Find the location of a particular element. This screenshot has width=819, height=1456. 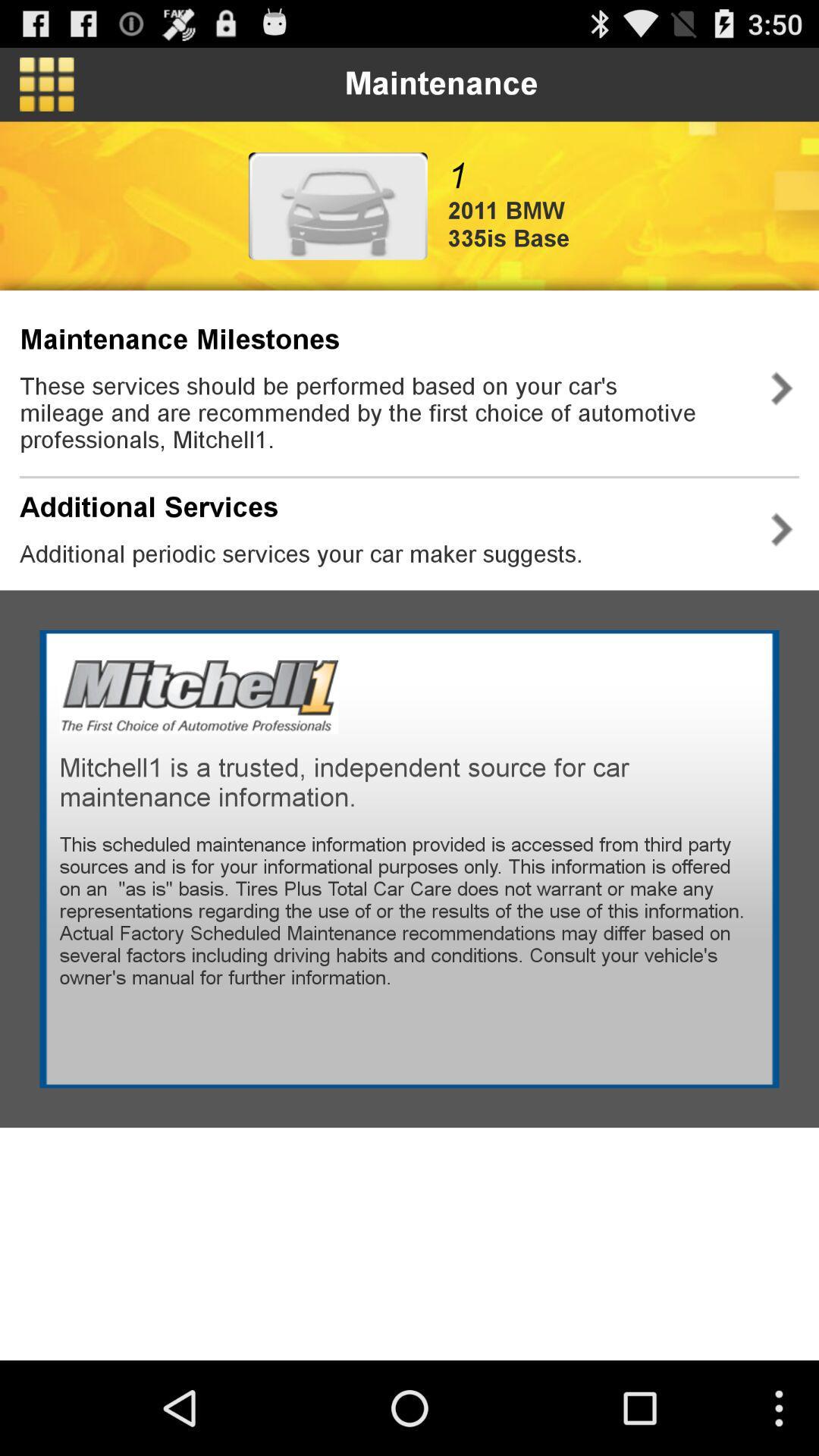

the icon above these services should app is located at coordinates (179, 339).